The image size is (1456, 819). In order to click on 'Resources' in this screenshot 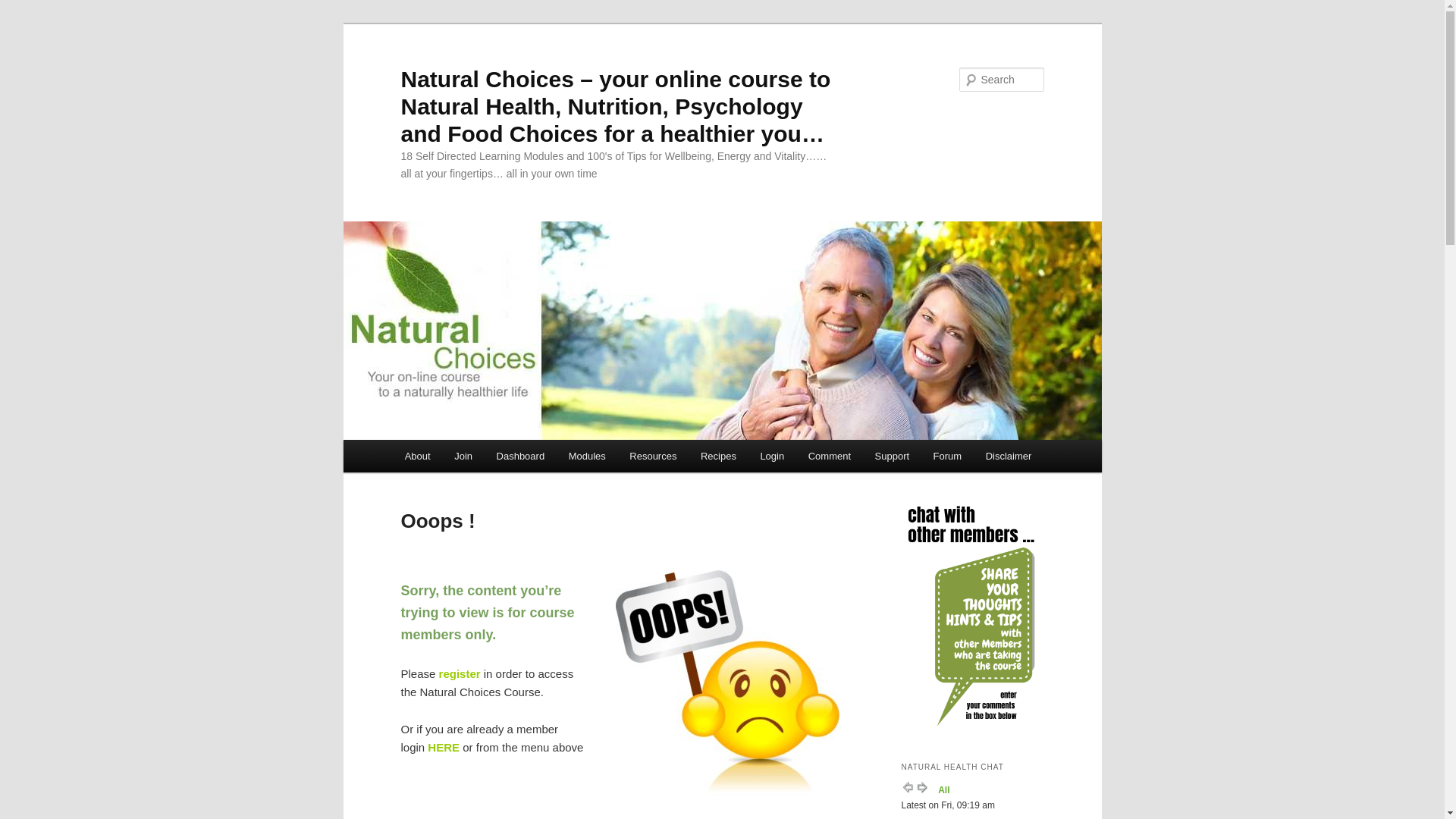, I will do `click(654, 455)`.